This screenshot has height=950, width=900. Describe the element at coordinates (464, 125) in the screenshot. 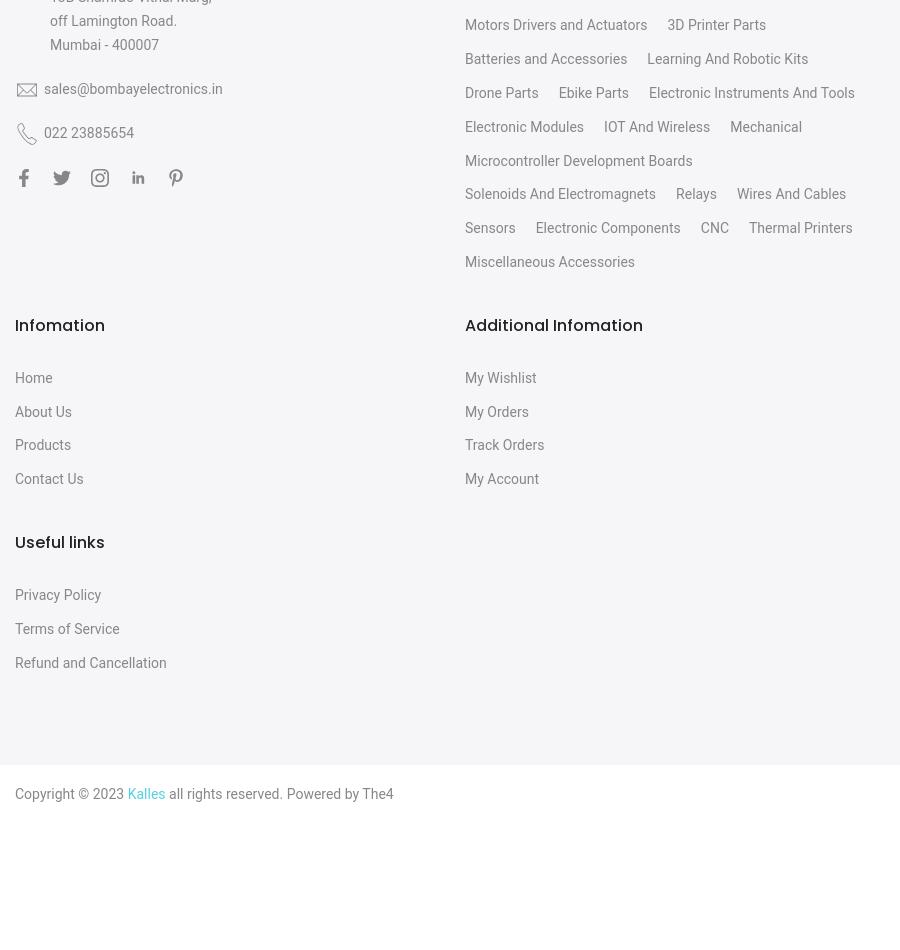

I see `'Electronic Modules'` at that location.